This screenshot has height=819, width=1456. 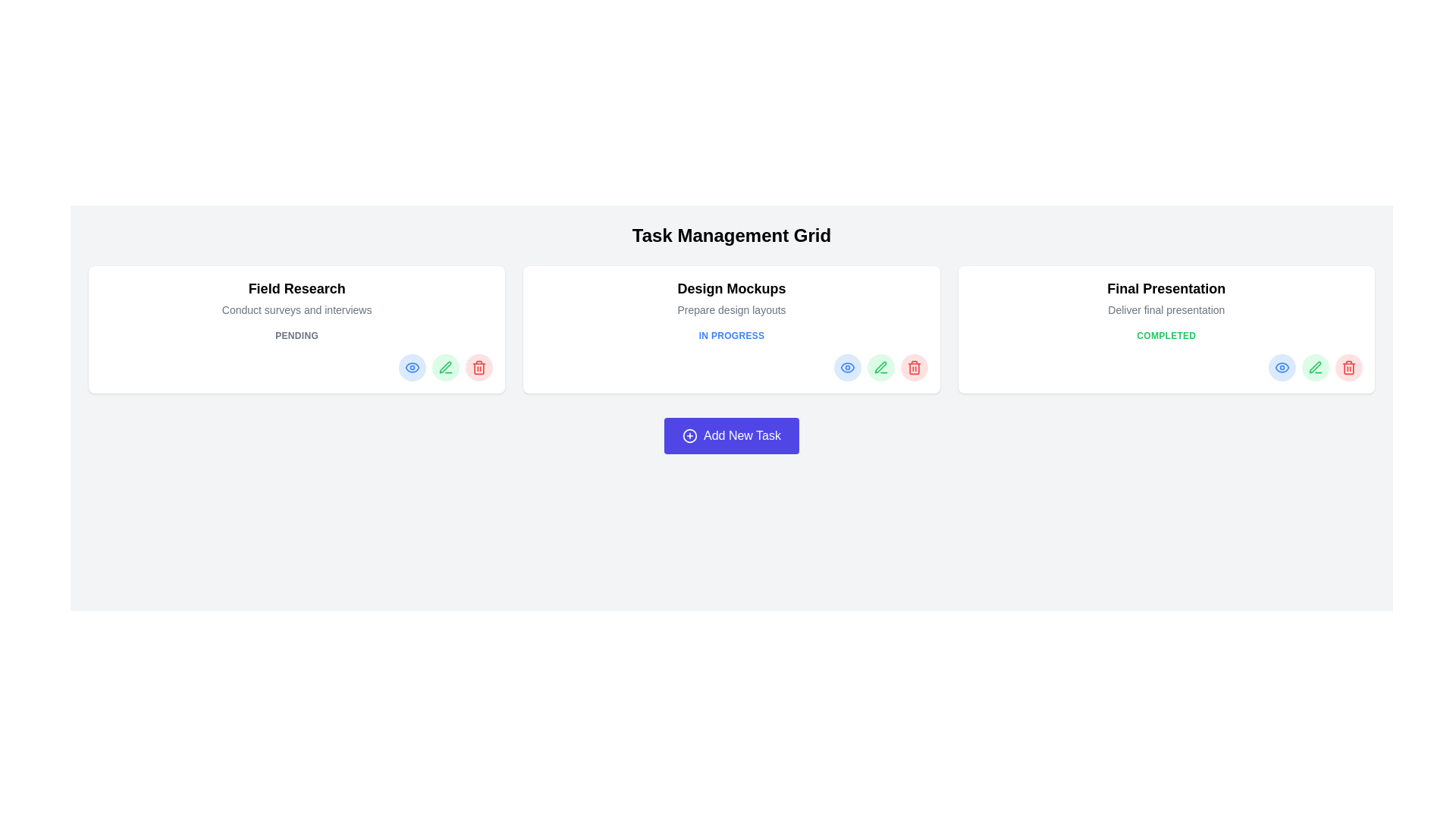 What do you see at coordinates (731, 435) in the screenshot?
I see `the button with a blue background and white text that reads 'Add New Task'` at bounding box center [731, 435].